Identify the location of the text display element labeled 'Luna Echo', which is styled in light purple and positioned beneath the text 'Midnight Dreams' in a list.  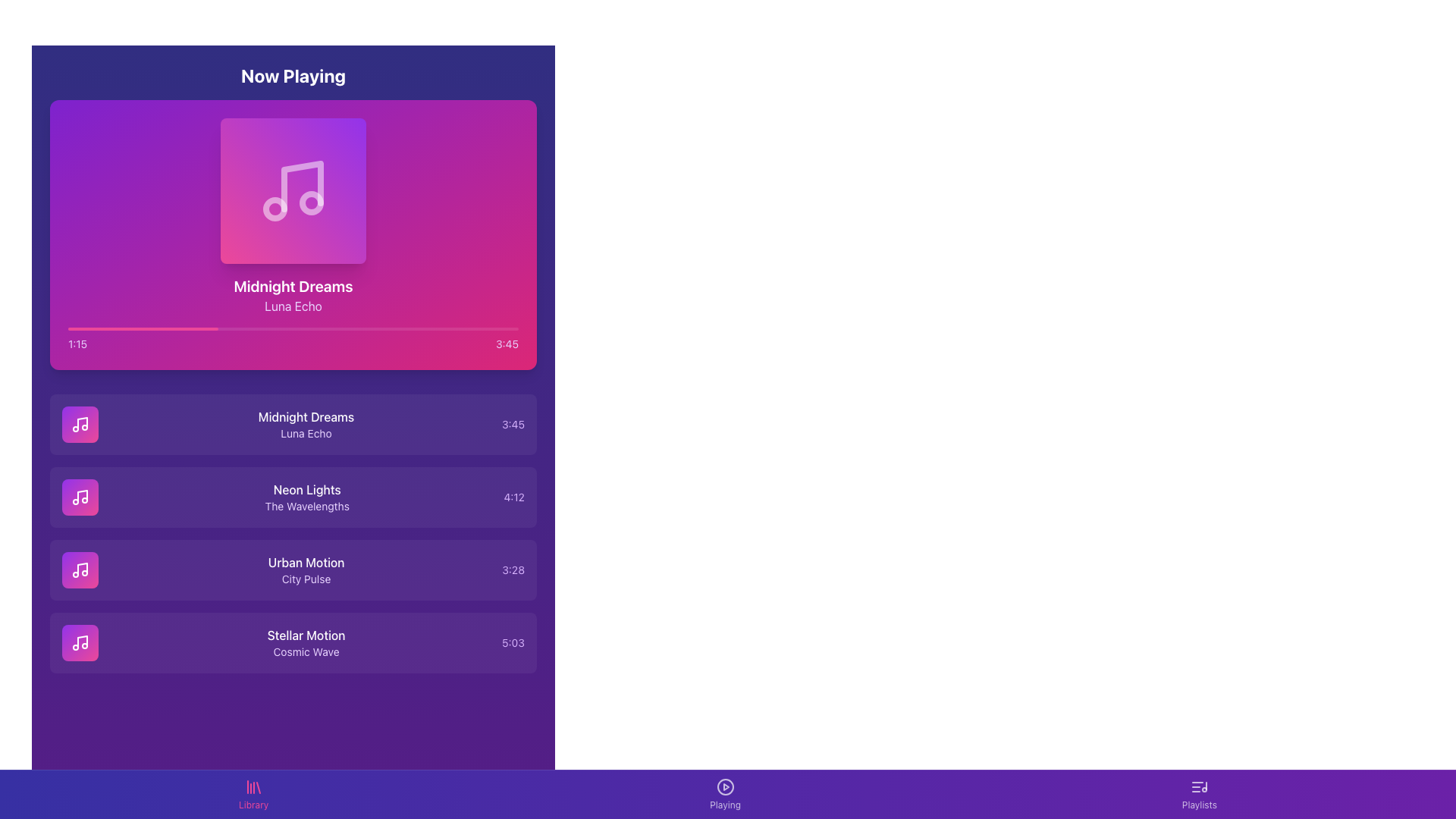
(305, 433).